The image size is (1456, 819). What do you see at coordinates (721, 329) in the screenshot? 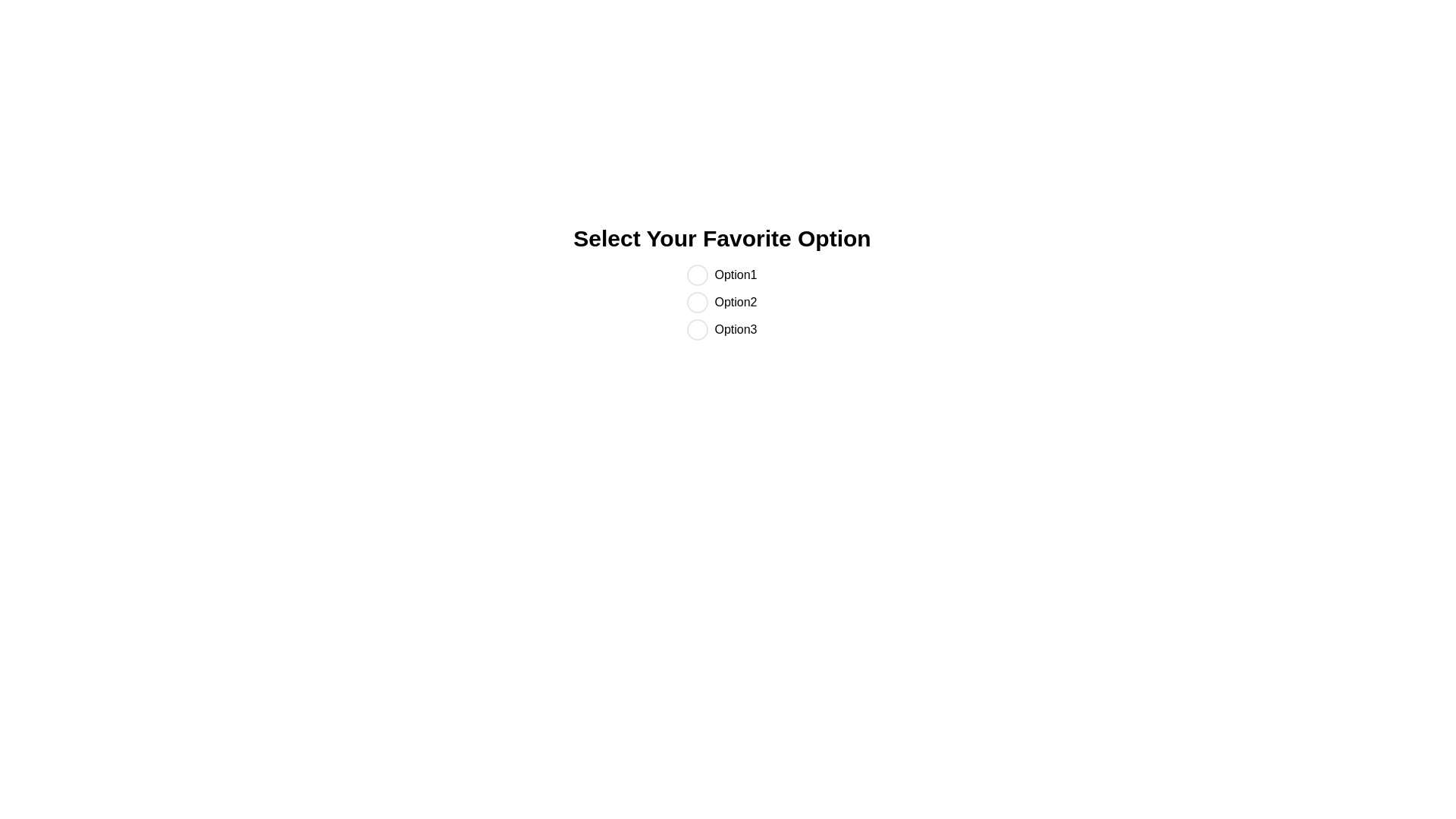
I see `to select the radio button labeled 'Option3', which is the last in the sequence of radio buttons` at bounding box center [721, 329].